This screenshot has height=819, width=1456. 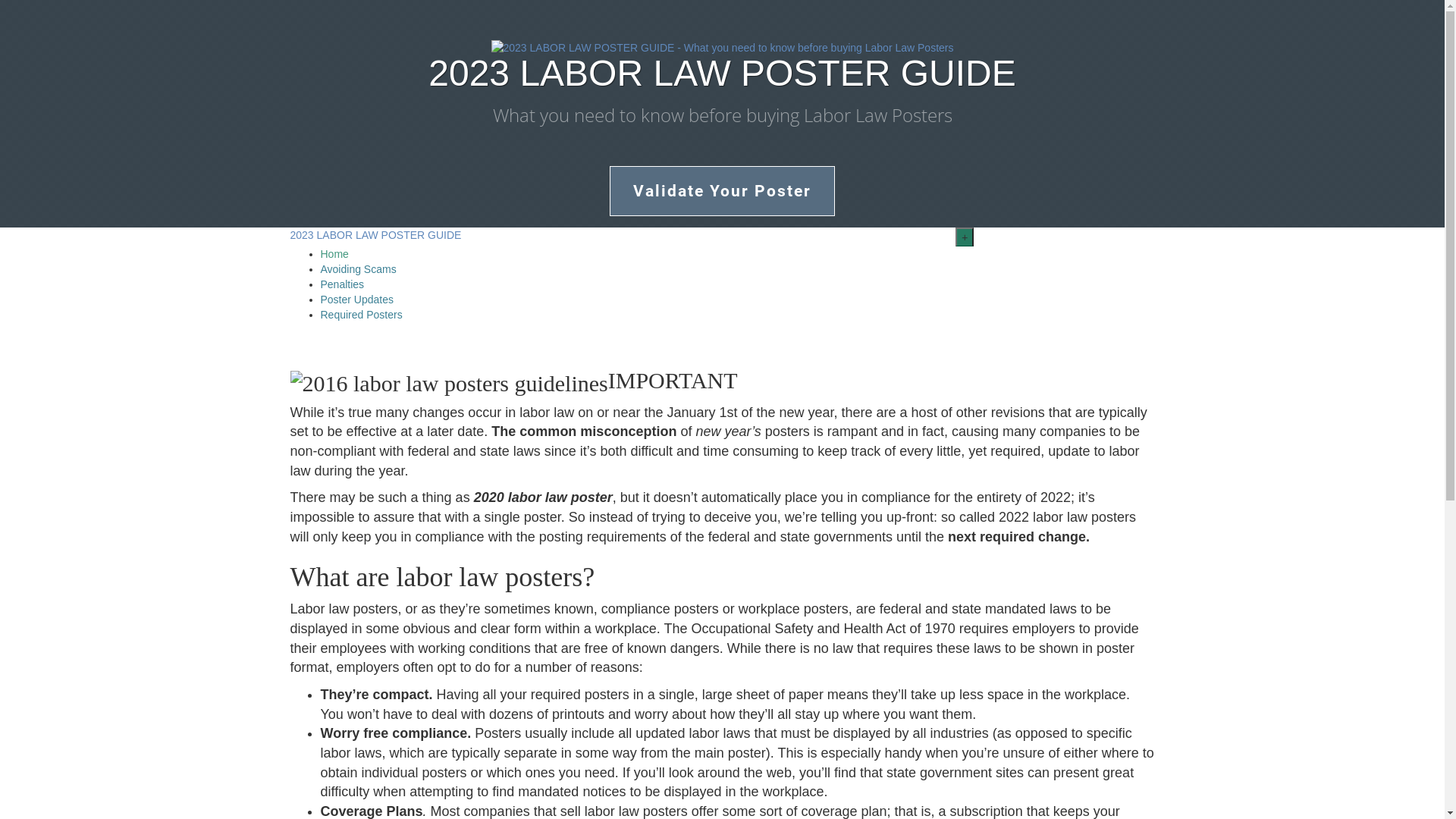 What do you see at coordinates (356, 268) in the screenshot?
I see `'Avoiding Scams'` at bounding box center [356, 268].